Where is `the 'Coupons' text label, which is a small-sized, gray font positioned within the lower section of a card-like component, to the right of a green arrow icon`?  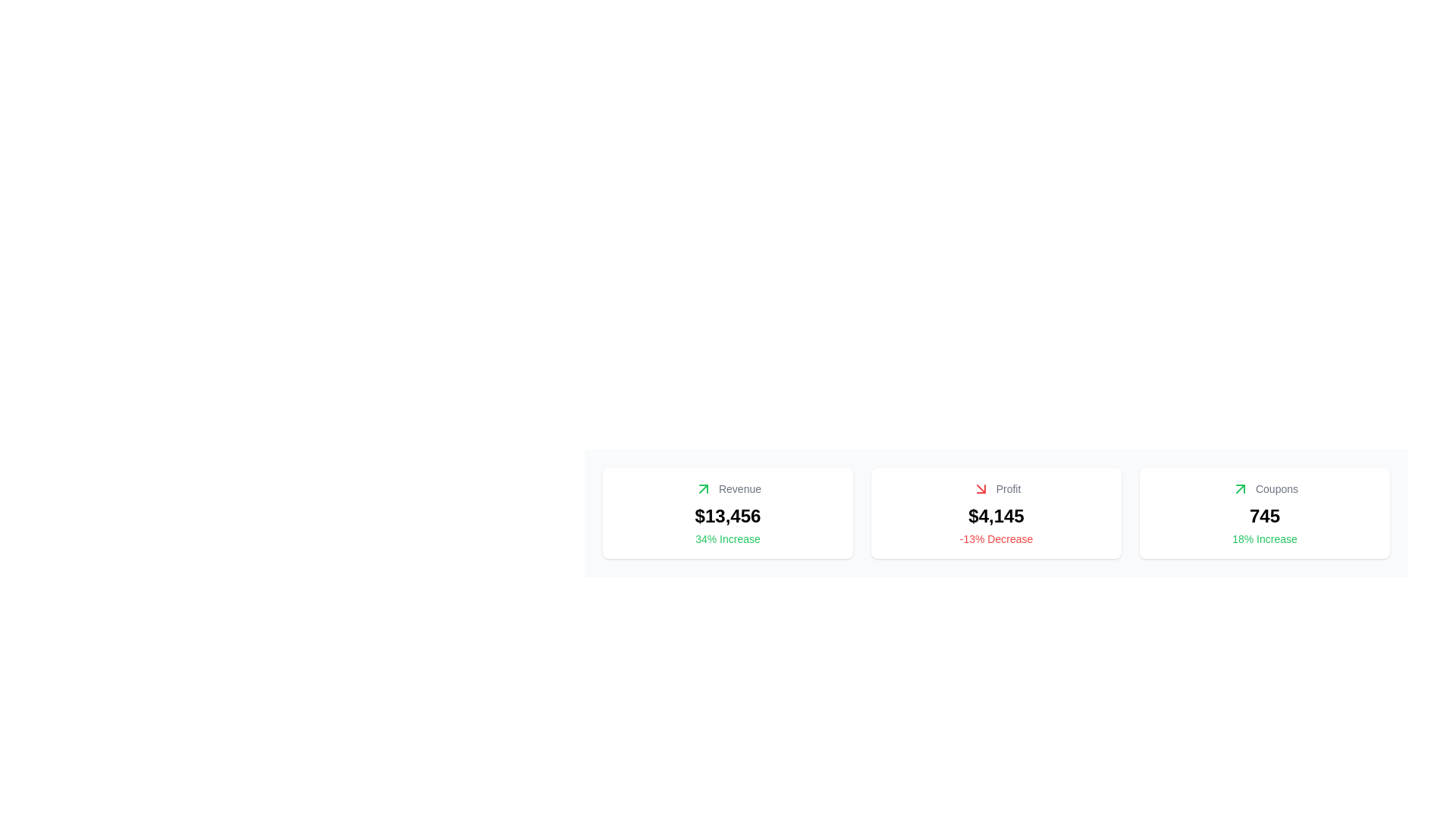
the 'Coupons' text label, which is a small-sized, gray font positioned within the lower section of a card-like component, to the right of a green arrow icon is located at coordinates (1276, 488).